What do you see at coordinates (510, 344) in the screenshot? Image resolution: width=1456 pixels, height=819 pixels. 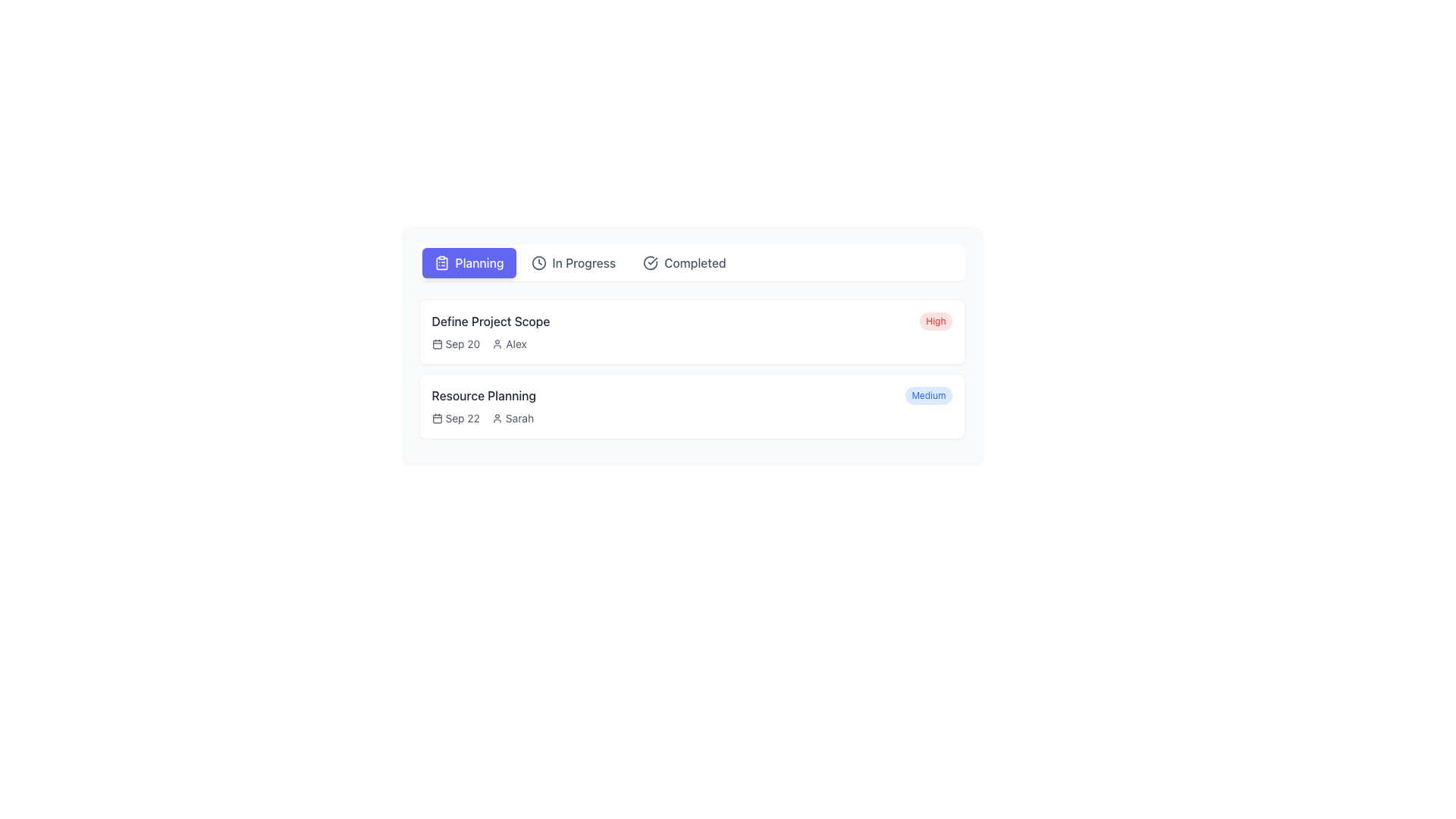 I see `the user icon and text label combination for 'Alex'` at bounding box center [510, 344].